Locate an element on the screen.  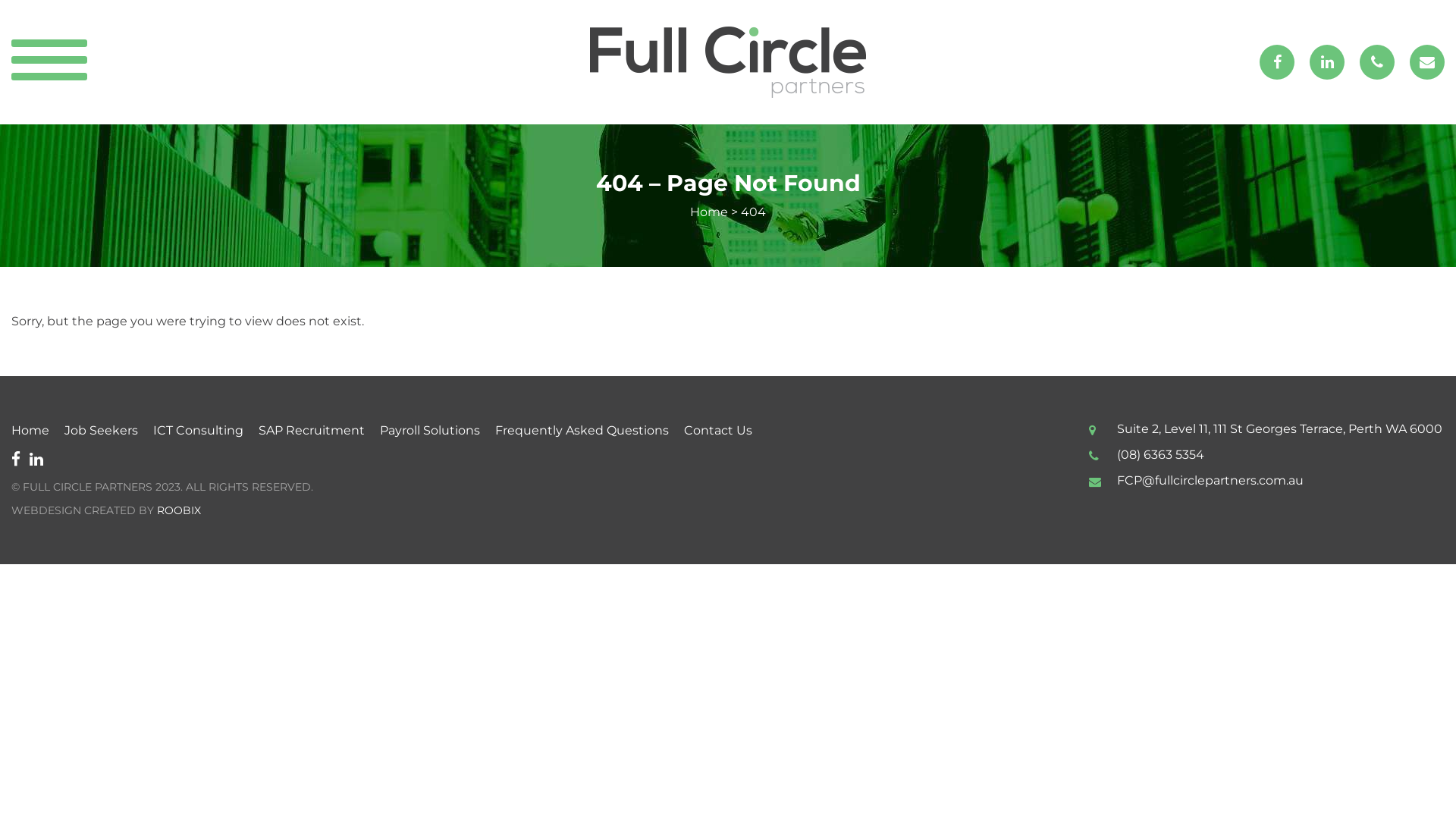
'Home' is located at coordinates (708, 212).